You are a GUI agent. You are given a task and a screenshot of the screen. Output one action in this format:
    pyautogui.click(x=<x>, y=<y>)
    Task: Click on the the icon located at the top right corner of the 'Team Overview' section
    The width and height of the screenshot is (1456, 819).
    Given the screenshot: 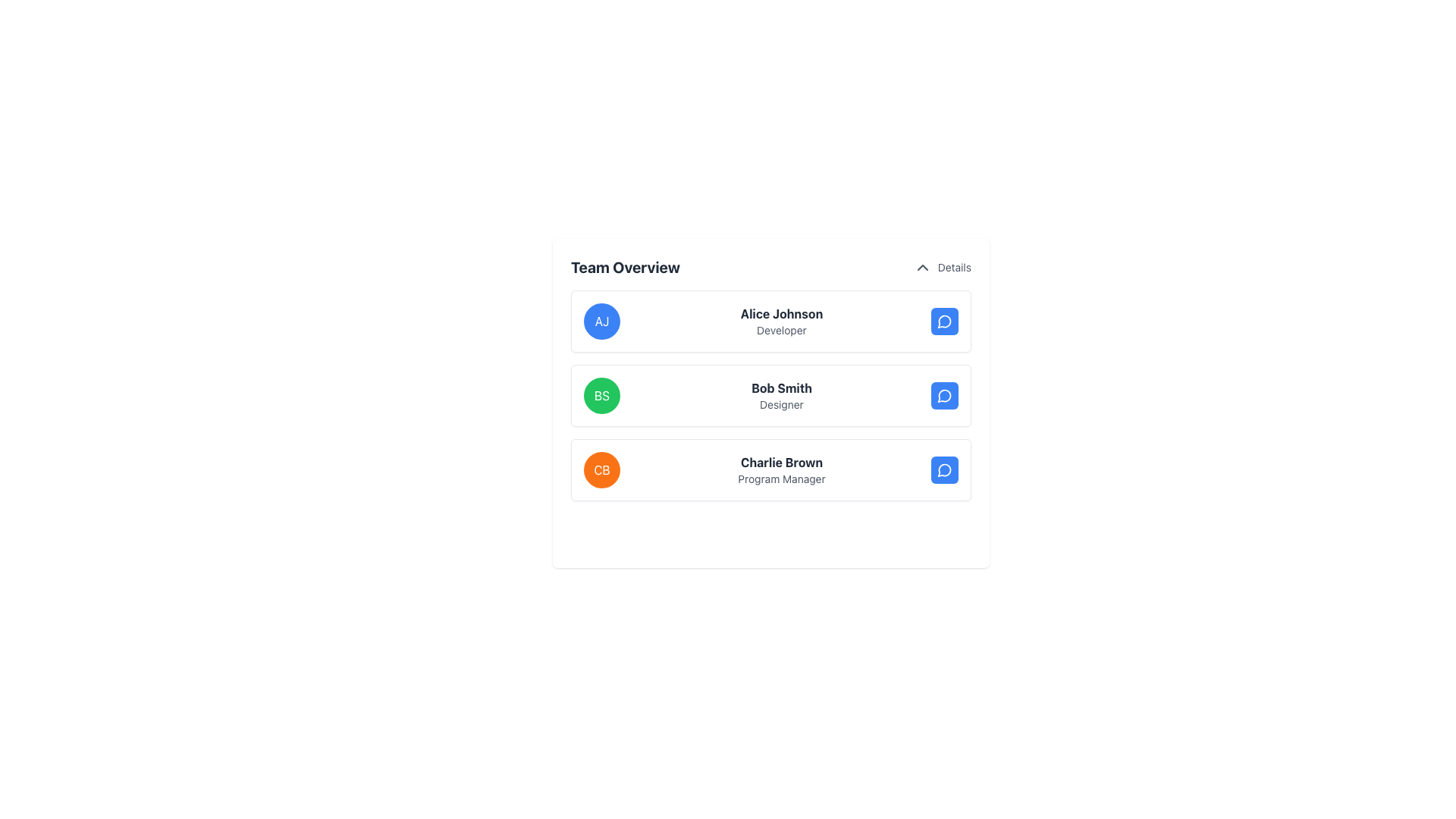 What is the action you would take?
    pyautogui.click(x=921, y=267)
    